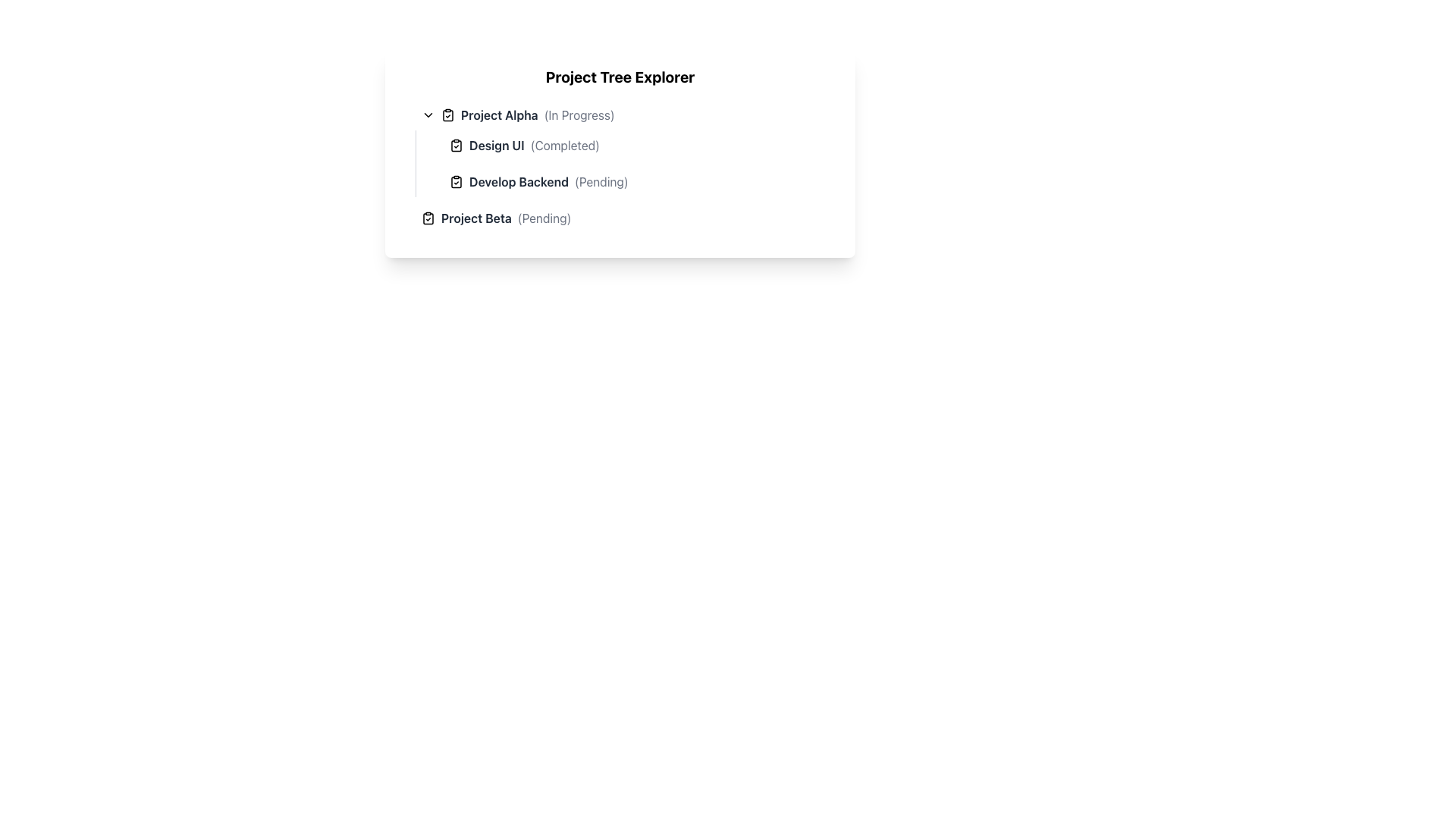 The width and height of the screenshot is (1456, 819). What do you see at coordinates (428, 218) in the screenshot?
I see `the clipboard-like icon located next to the 'Project Beta' entry in the 'Project Tree Explorer' interface` at bounding box center [428, 218].